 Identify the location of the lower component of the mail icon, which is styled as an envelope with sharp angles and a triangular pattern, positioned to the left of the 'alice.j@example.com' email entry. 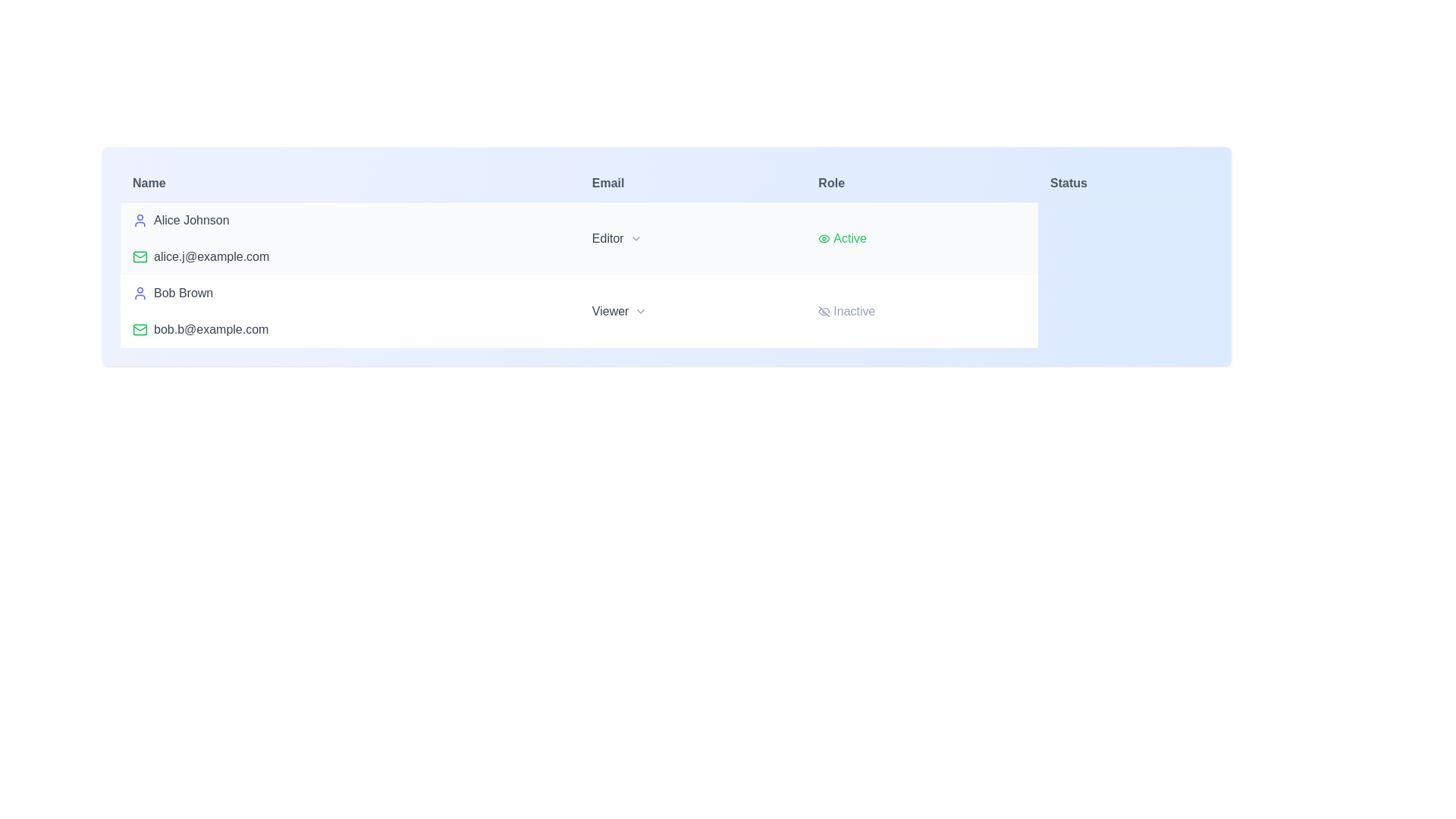
(140, 327).